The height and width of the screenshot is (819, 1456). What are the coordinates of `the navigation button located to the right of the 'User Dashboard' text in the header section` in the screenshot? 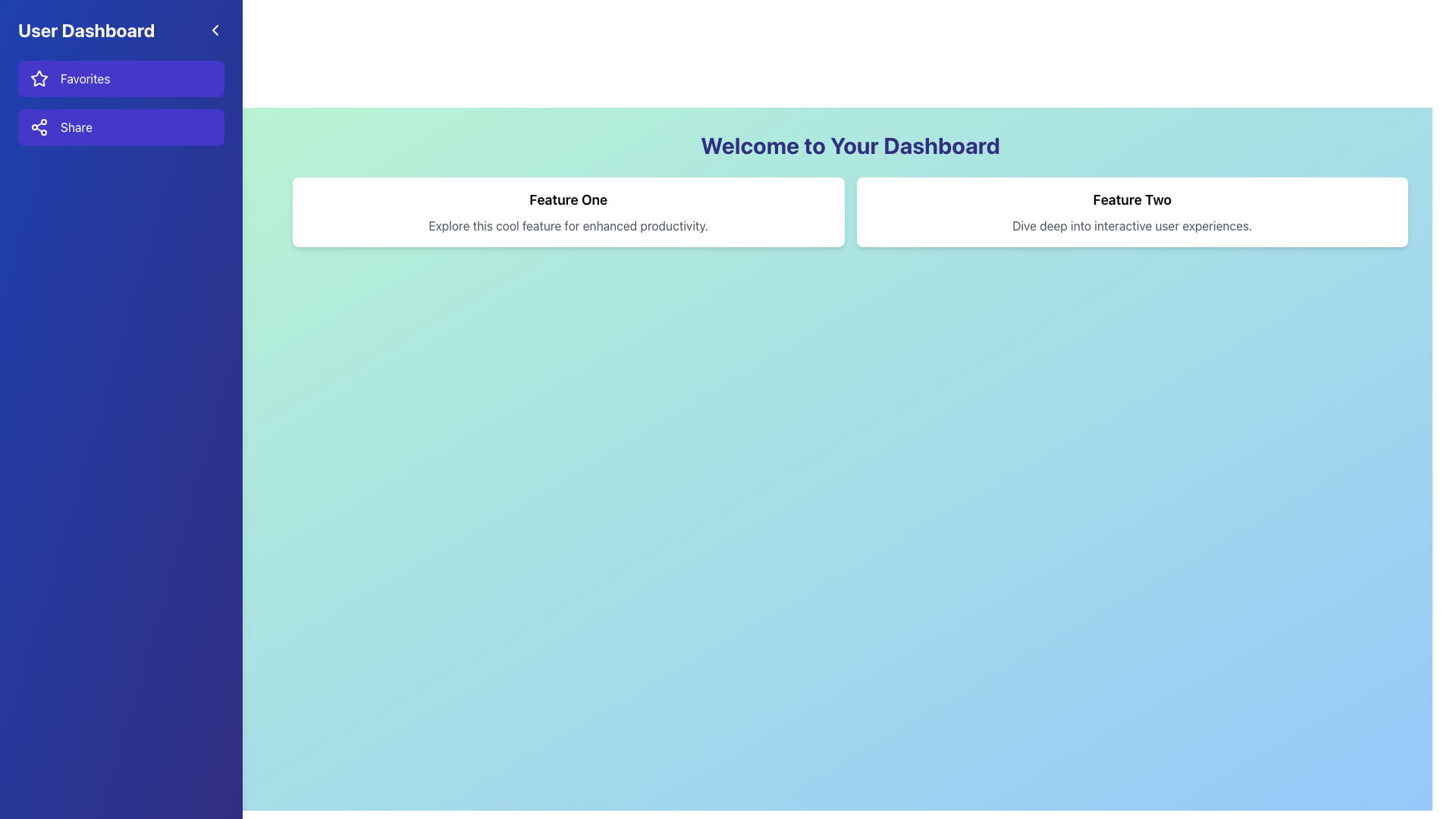 It's located at (214, 30).